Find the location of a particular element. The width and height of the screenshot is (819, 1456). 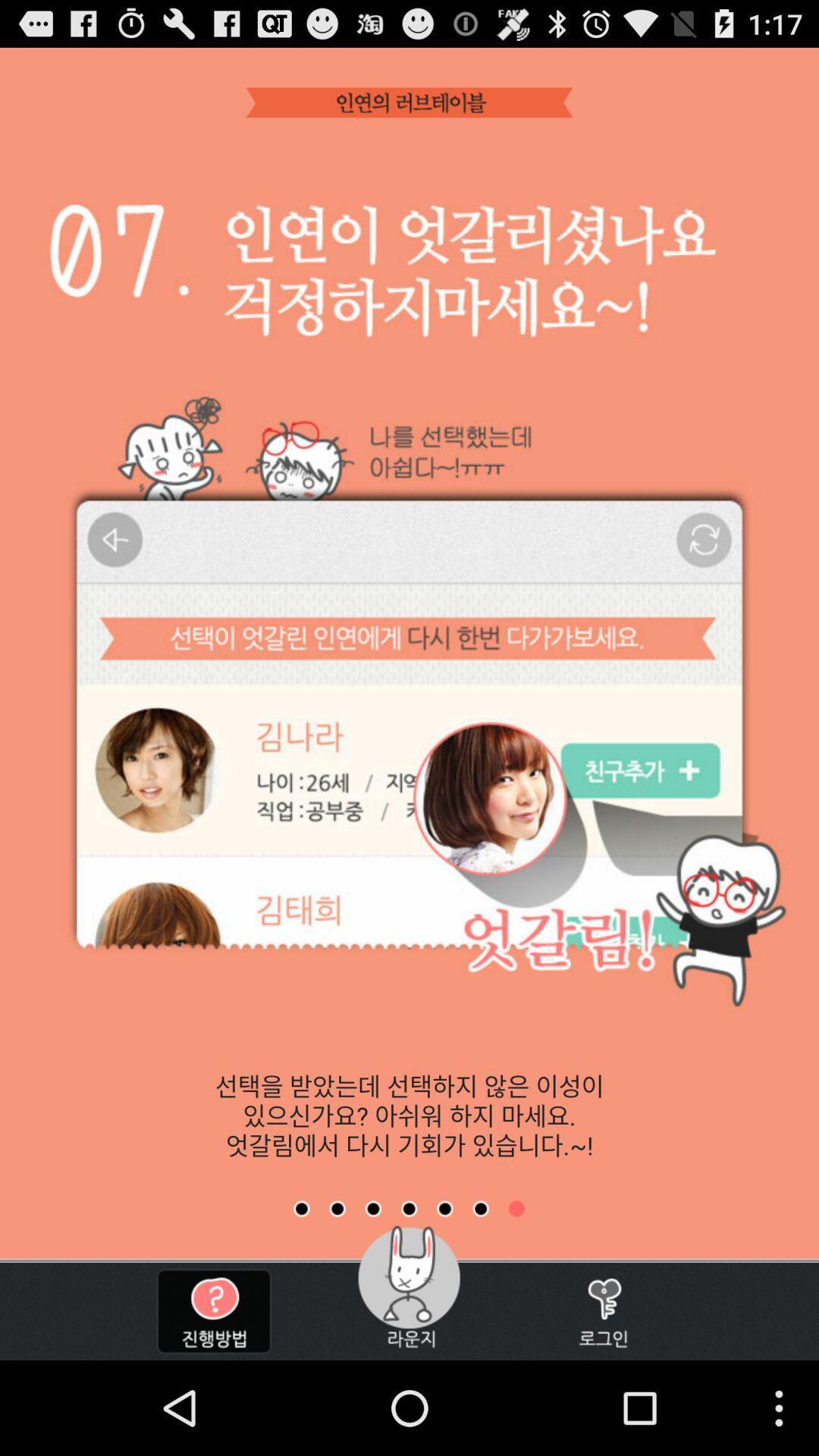

slider is located at coordinates (373, 1208).